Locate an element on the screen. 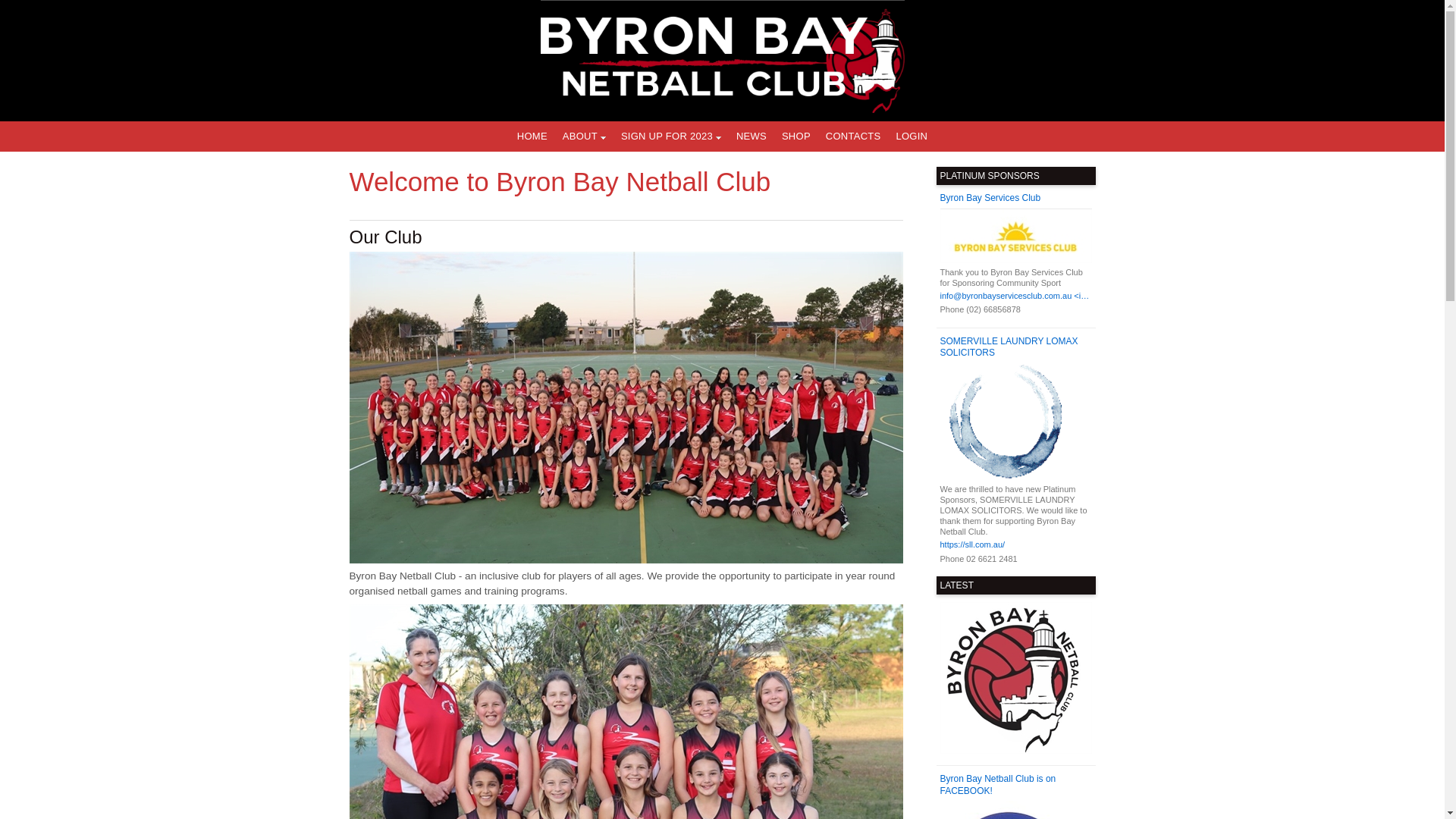 Image resolution: width=1456 pixels, height=819 pixels. 'ABOUT' is located at coordinates (583, 136).